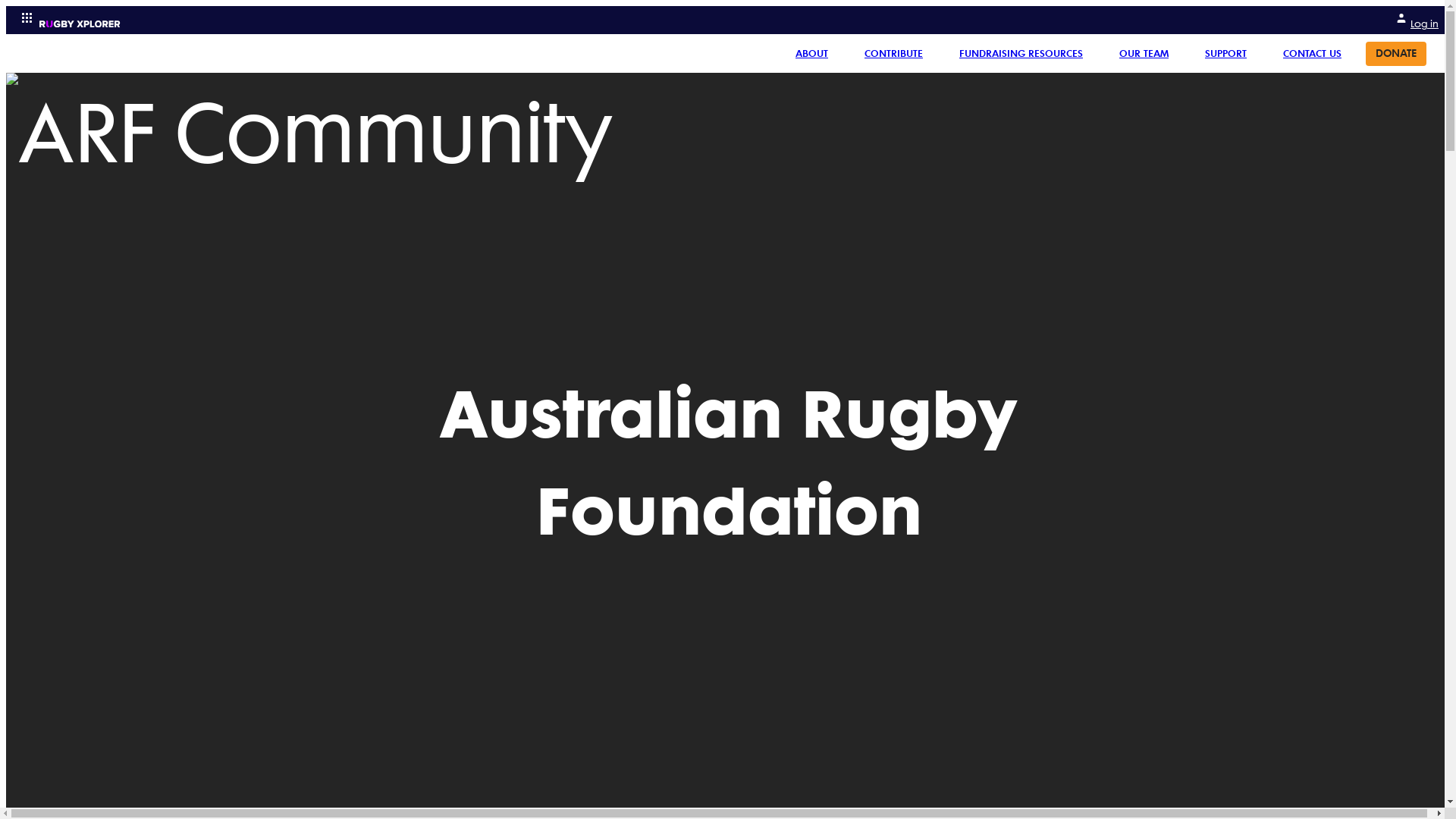 The height and width of the screenshot is (819, 1456). Describe the element at coordinates (852, 52) in the screenshot. I see `'CONTRIBUTE'` at that location.